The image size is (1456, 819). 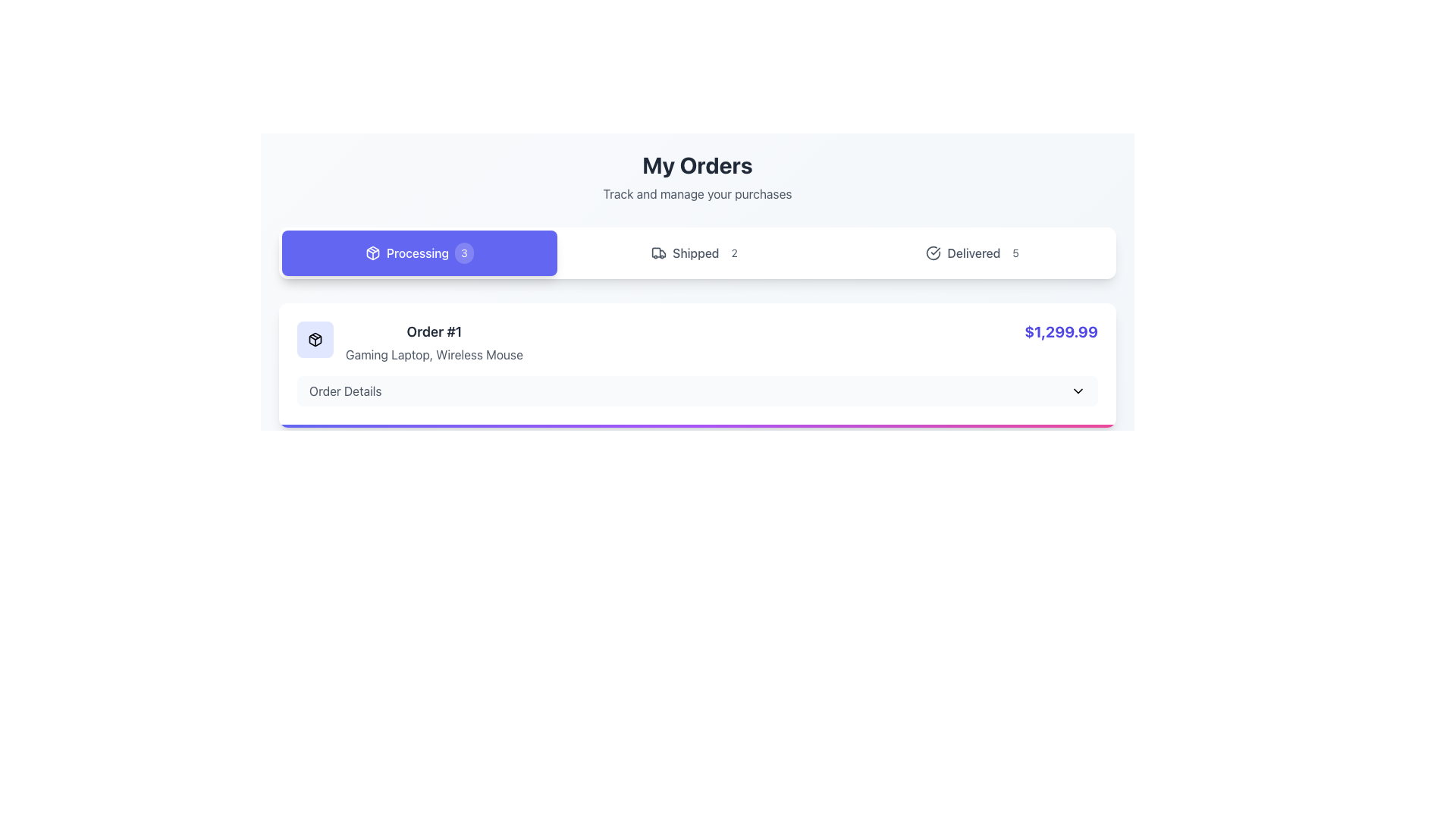 I want to click on text label displaying the word 'Shipped', which is positioned horizontally between a truck icon and the number '2', so click(x=695, y=253).